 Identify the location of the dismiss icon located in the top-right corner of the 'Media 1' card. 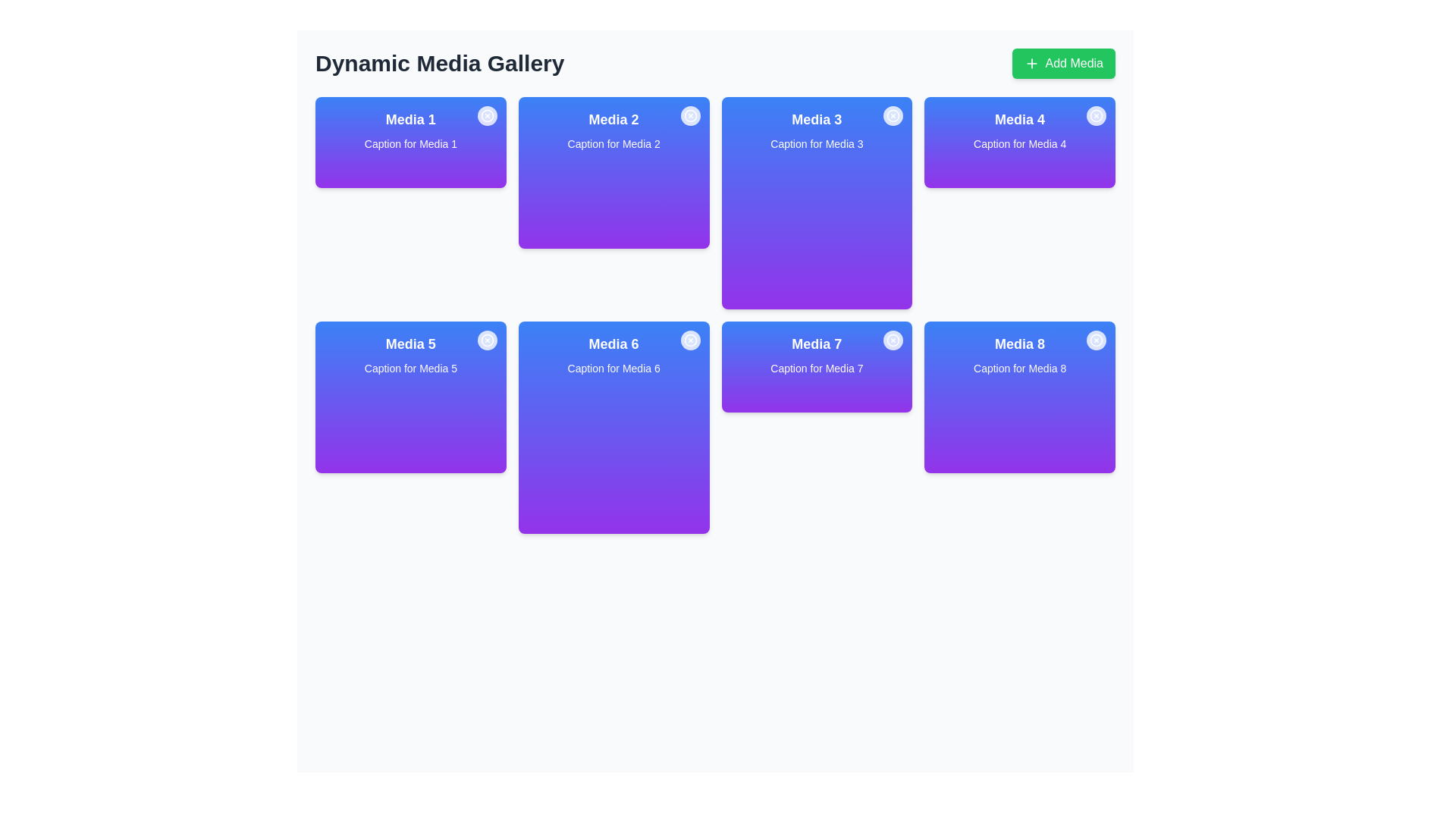
(487, 115).